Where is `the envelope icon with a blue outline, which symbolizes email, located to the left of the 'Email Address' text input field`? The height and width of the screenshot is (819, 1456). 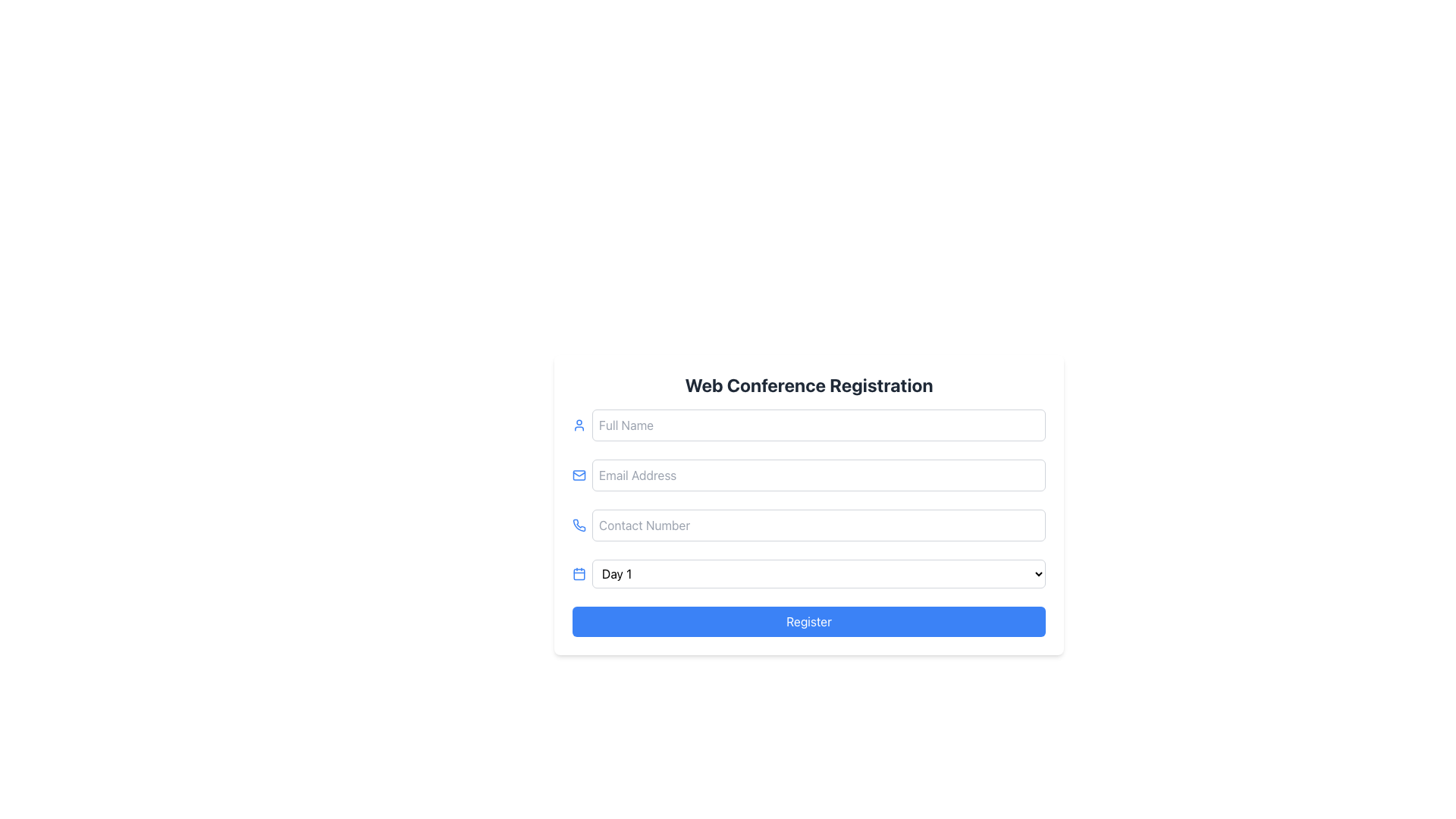 the envelope icon with a blue outline, which symbolizes email, located to the left of the 'Email Address' text input field is located at coordinates (578, 475).